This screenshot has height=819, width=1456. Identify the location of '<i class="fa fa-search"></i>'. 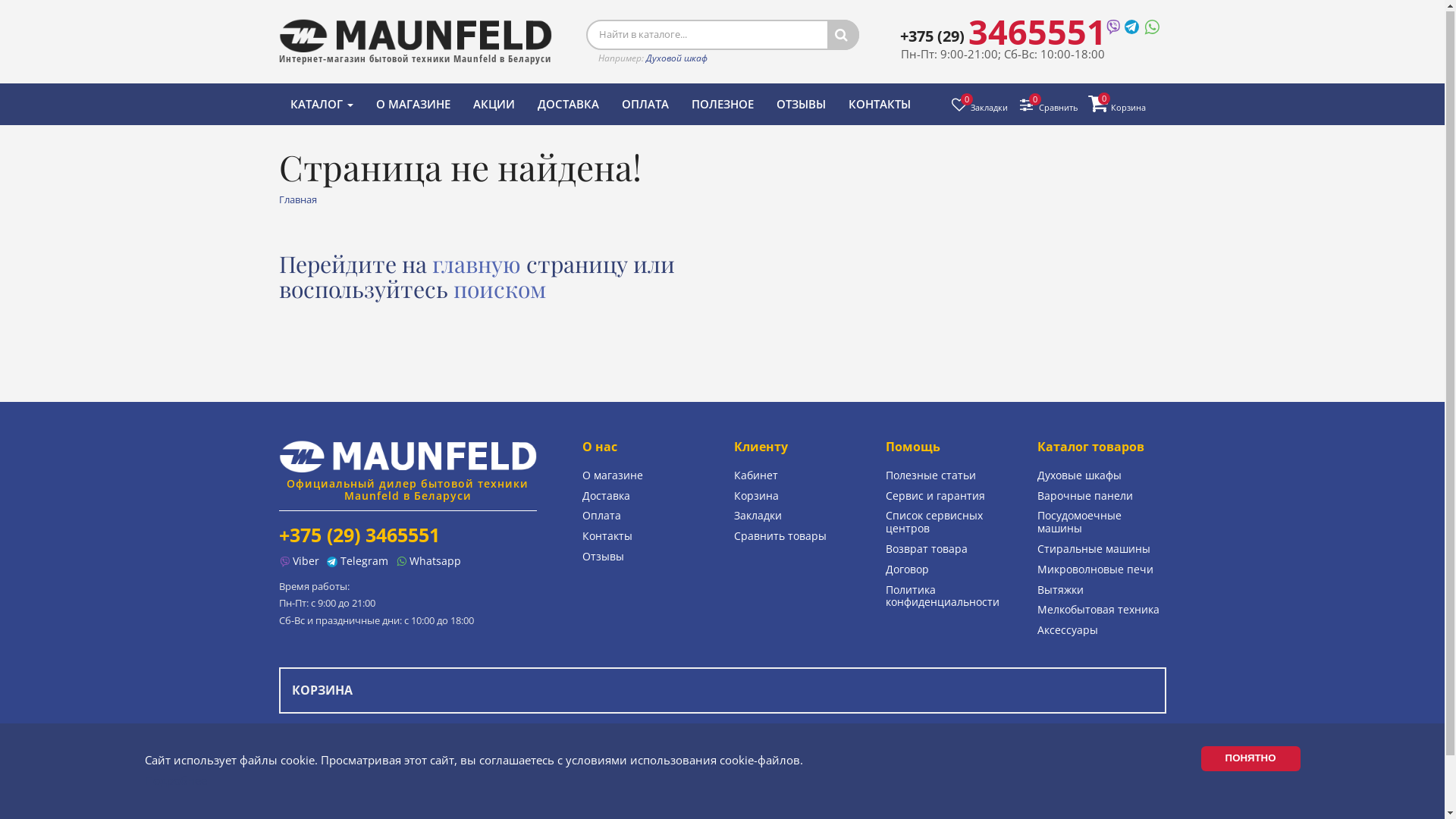
(841, 34).